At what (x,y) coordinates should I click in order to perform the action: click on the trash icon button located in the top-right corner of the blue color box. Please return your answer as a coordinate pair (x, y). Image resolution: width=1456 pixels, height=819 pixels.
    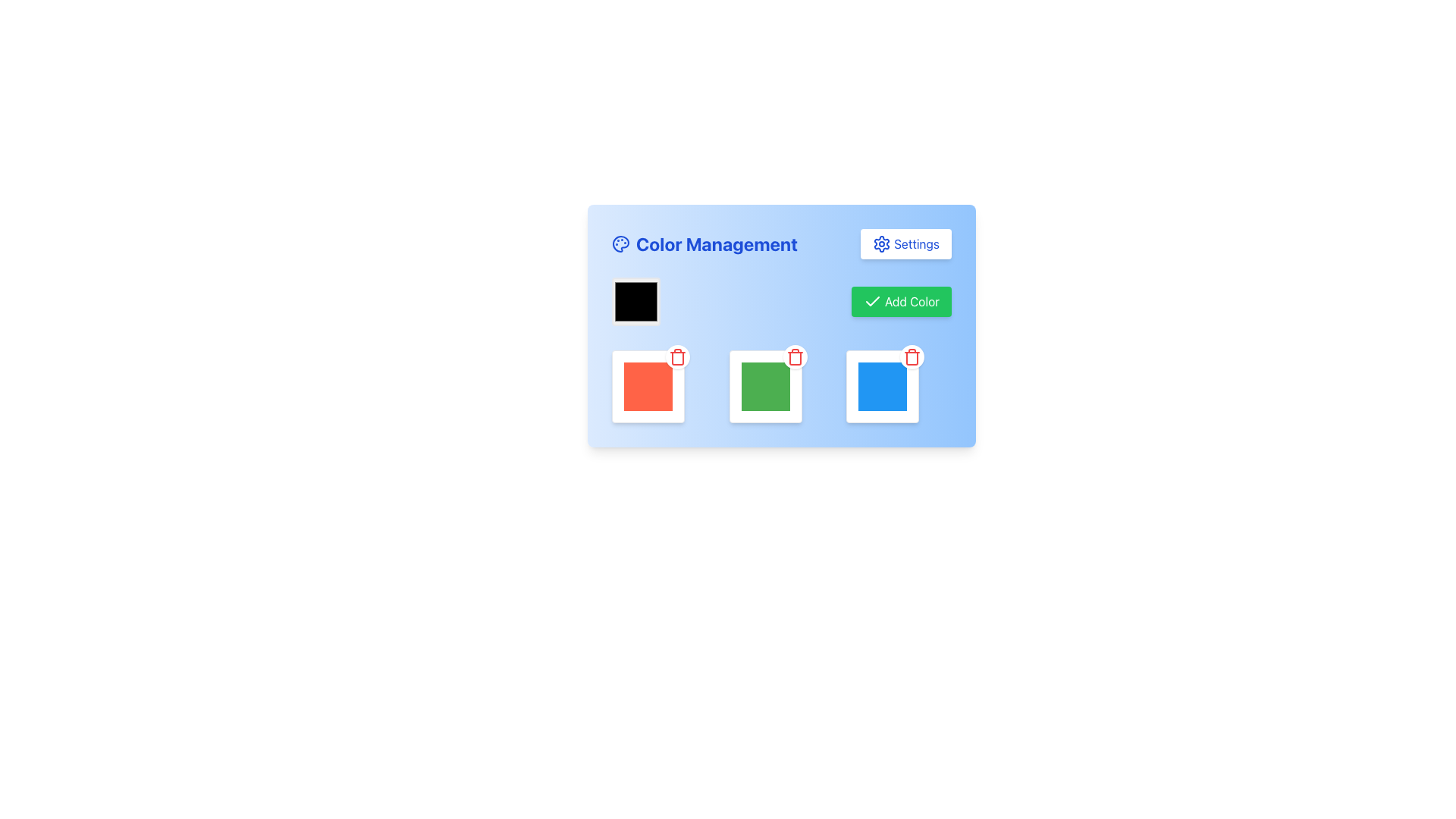
    Looking at the image, I should click on (912, 356).